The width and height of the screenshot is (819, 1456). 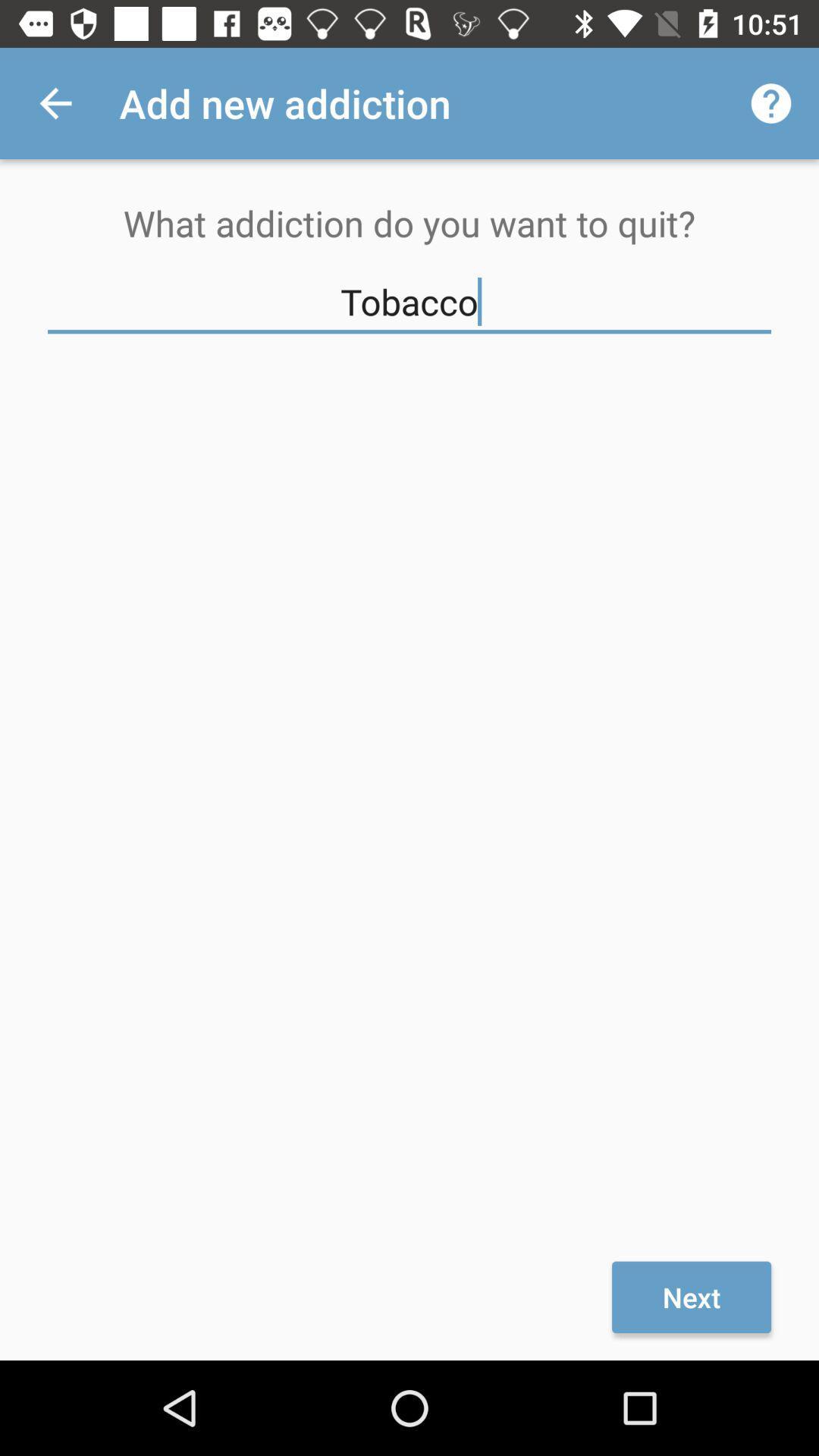 What do you see at coordinates (409, 302) in the screenshot?
I see `tobacco item` at bounding box center [409, 302].